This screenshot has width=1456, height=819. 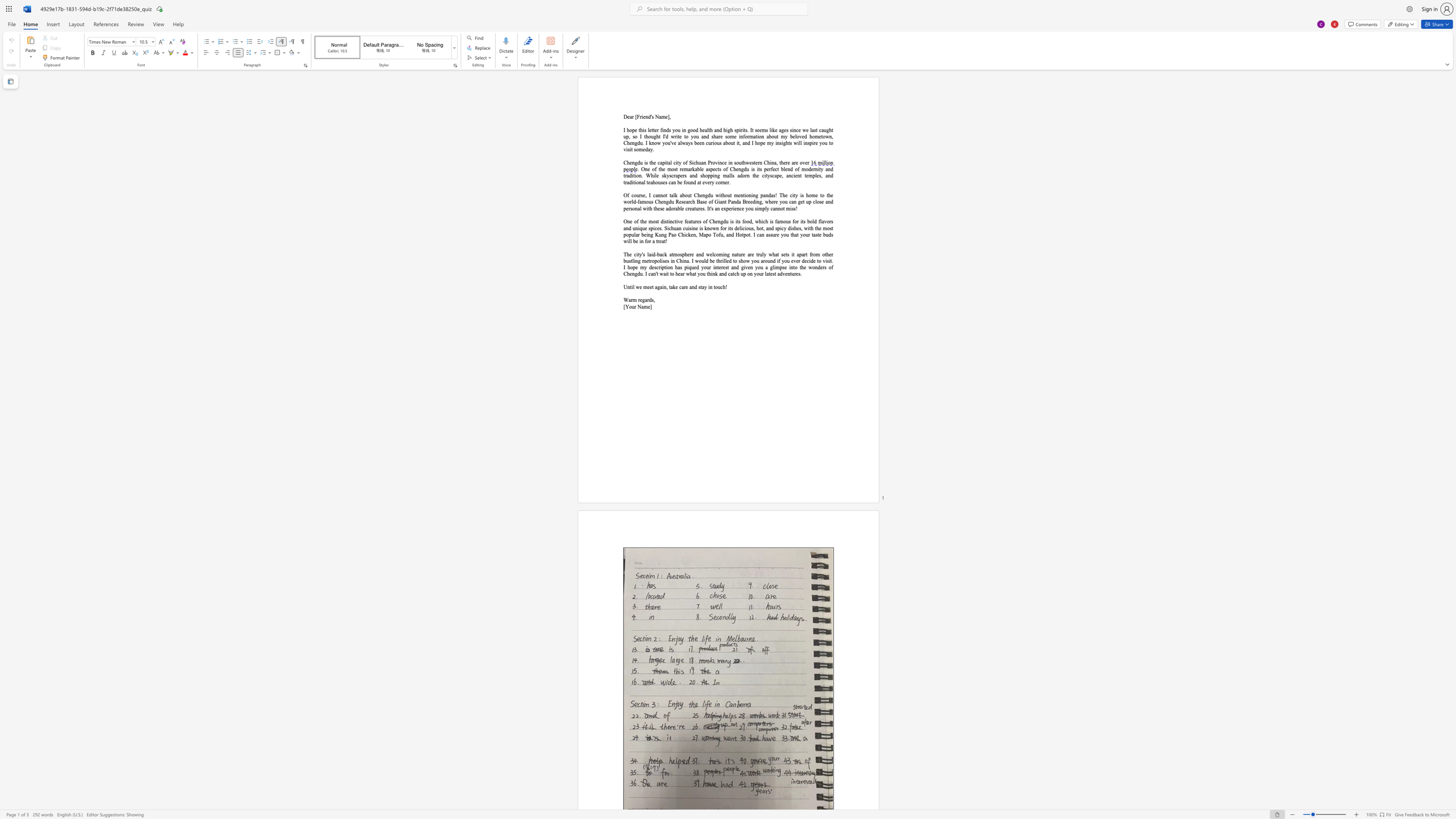 I want to click on the space between the continuous character "s" and "!" in the text, so click(x=795, y=208).